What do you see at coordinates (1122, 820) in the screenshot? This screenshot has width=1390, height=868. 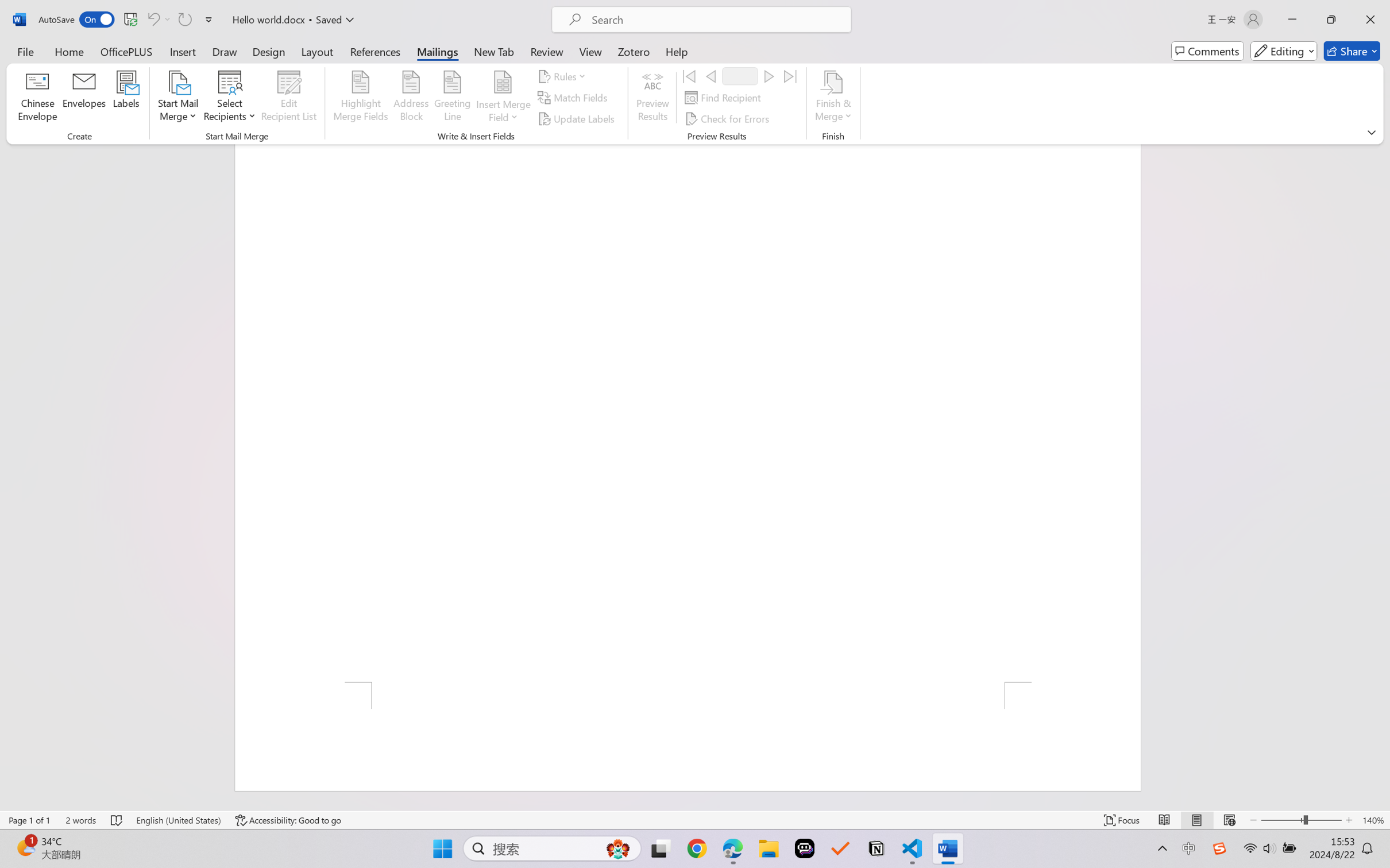 I see `'Focus '` at bounding box center [1122, 820].